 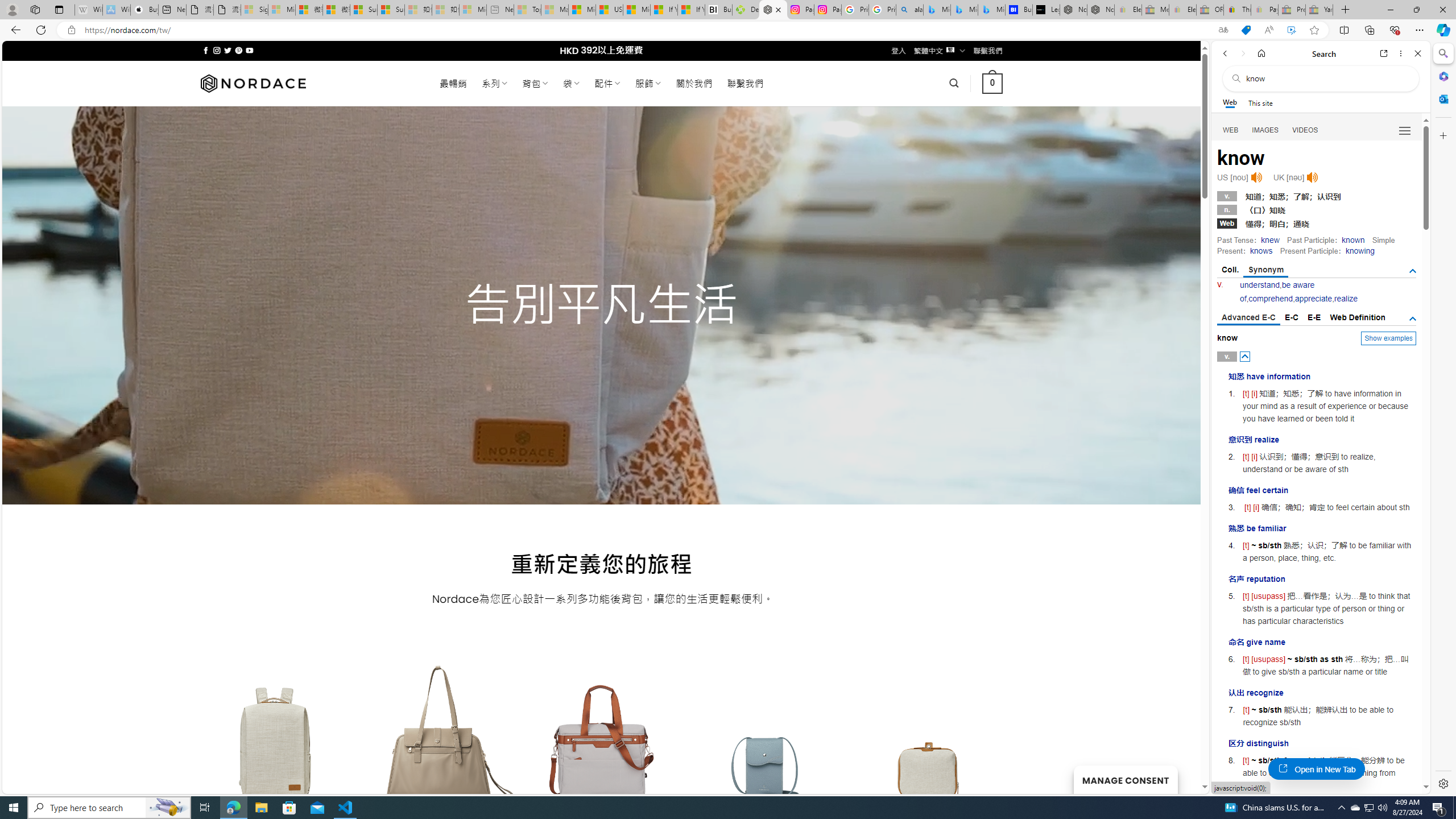 What do you see at coordinates (1124, 779) in the screenshot?
I see `'MANAGE CONSENT'` at bounding box center [1124, 779].